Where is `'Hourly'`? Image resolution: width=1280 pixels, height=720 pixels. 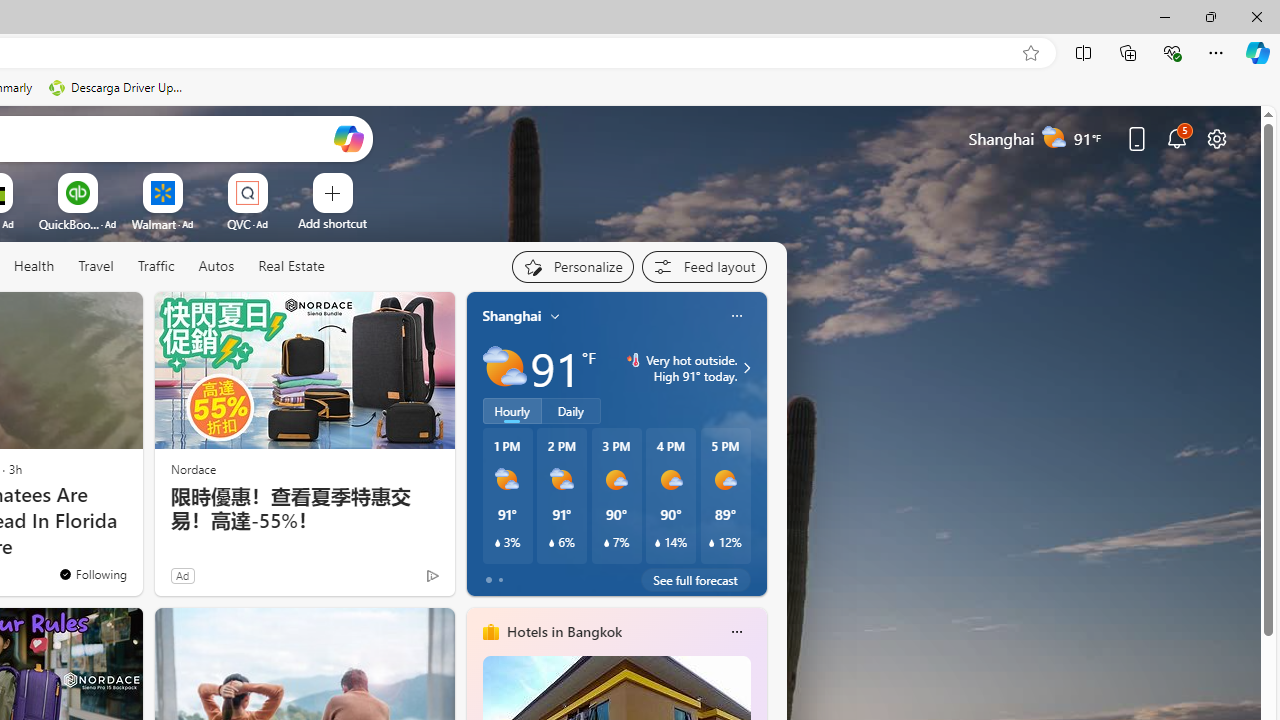 'Hourly' is located at coordinates (512, 410).